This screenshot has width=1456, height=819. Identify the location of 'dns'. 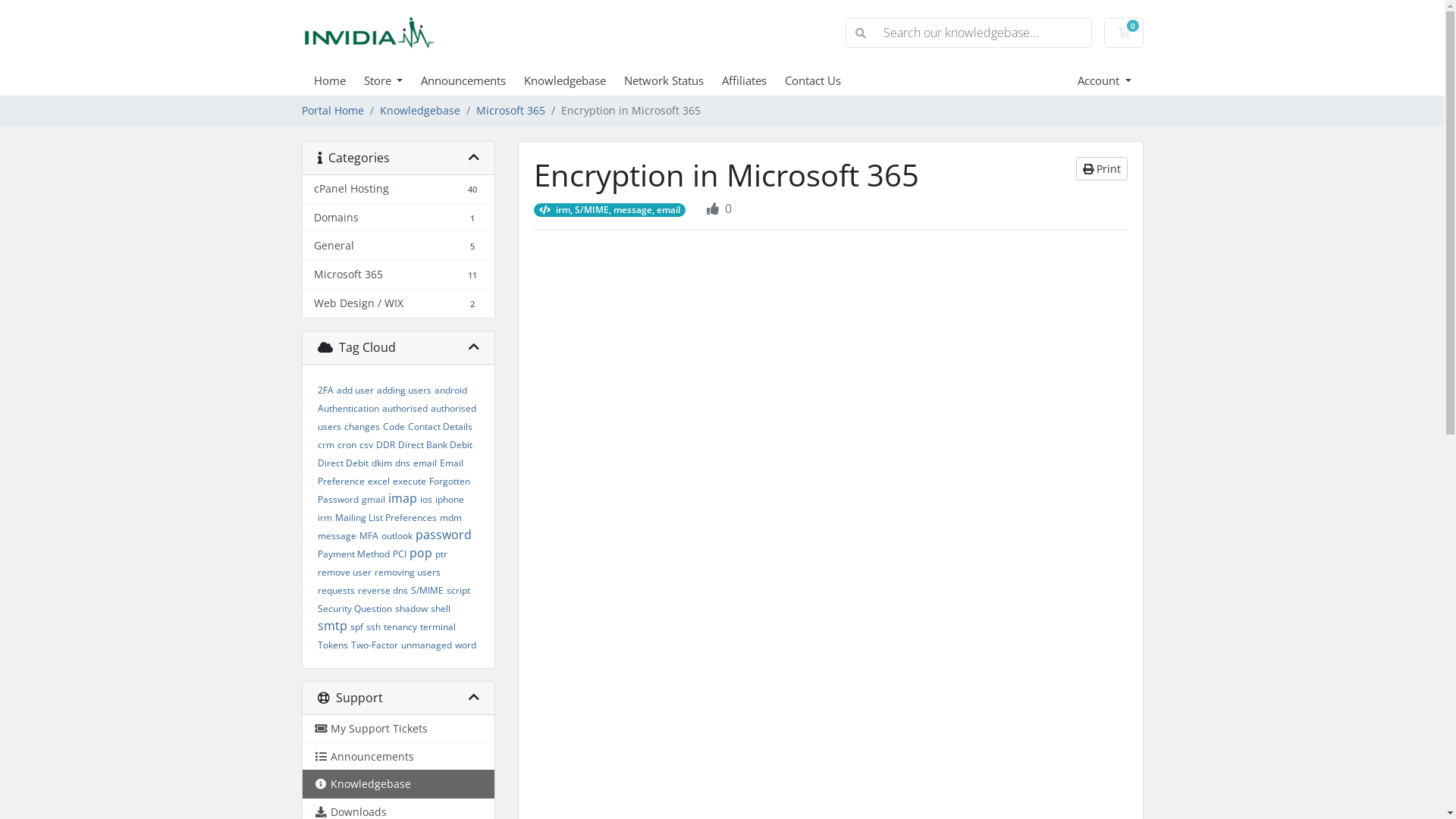
(401, 462).